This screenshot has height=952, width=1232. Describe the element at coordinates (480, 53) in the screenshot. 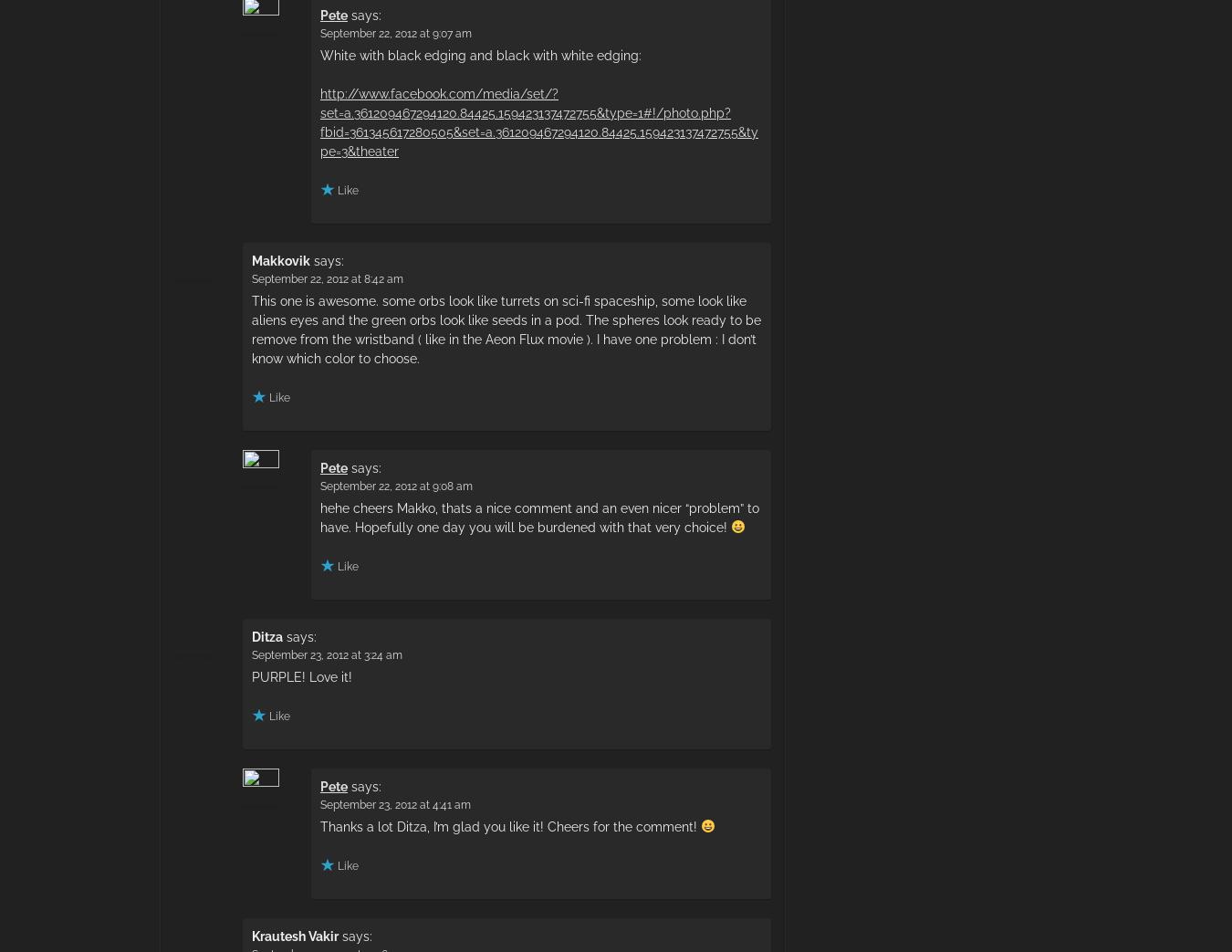

I see `'White with black edging and black with white edging:'` at that location.